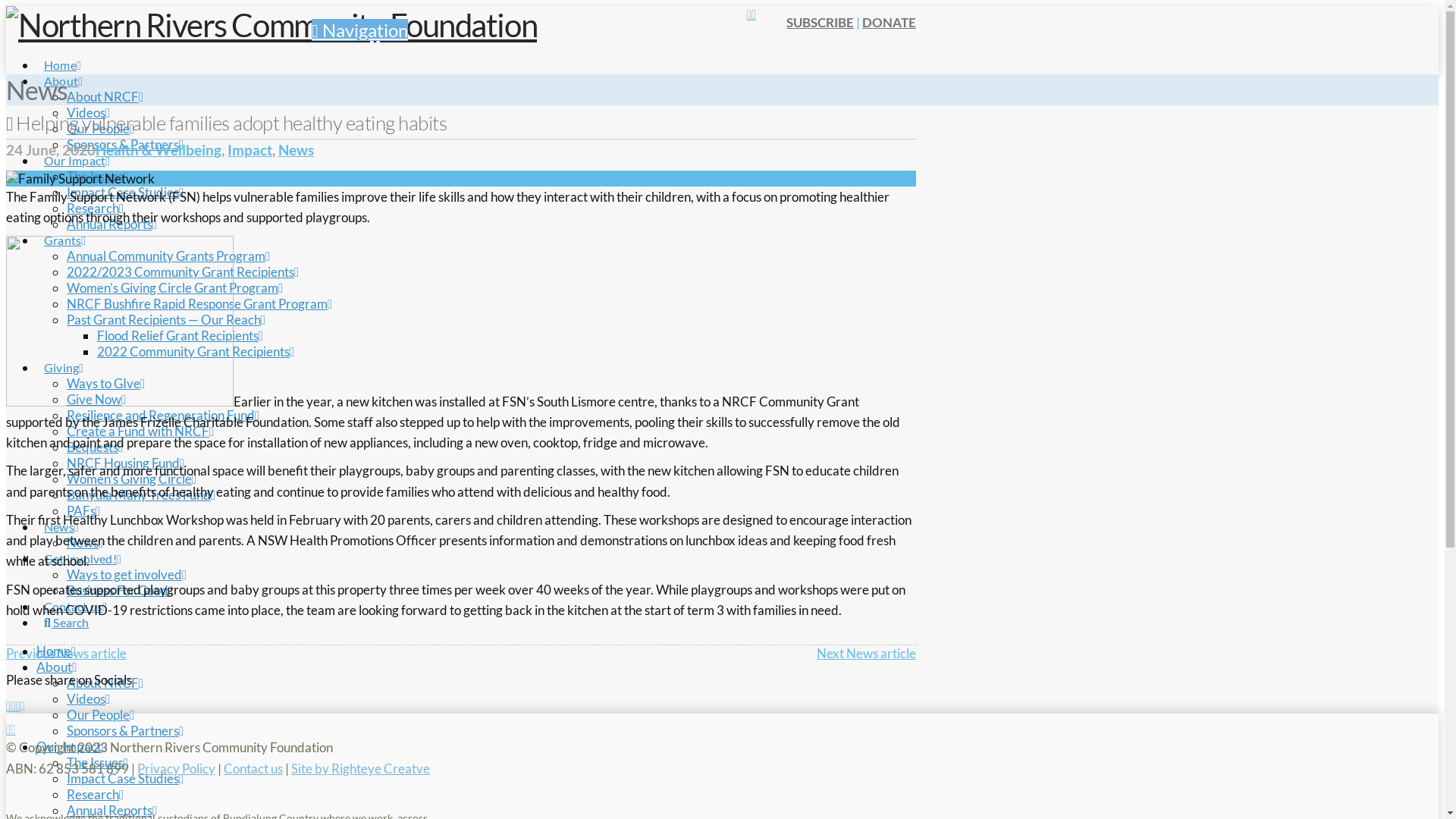 Image resolution: width=1456 pixels, height=819 pixels. I want to click on 'Instagram', so click(13, 728).